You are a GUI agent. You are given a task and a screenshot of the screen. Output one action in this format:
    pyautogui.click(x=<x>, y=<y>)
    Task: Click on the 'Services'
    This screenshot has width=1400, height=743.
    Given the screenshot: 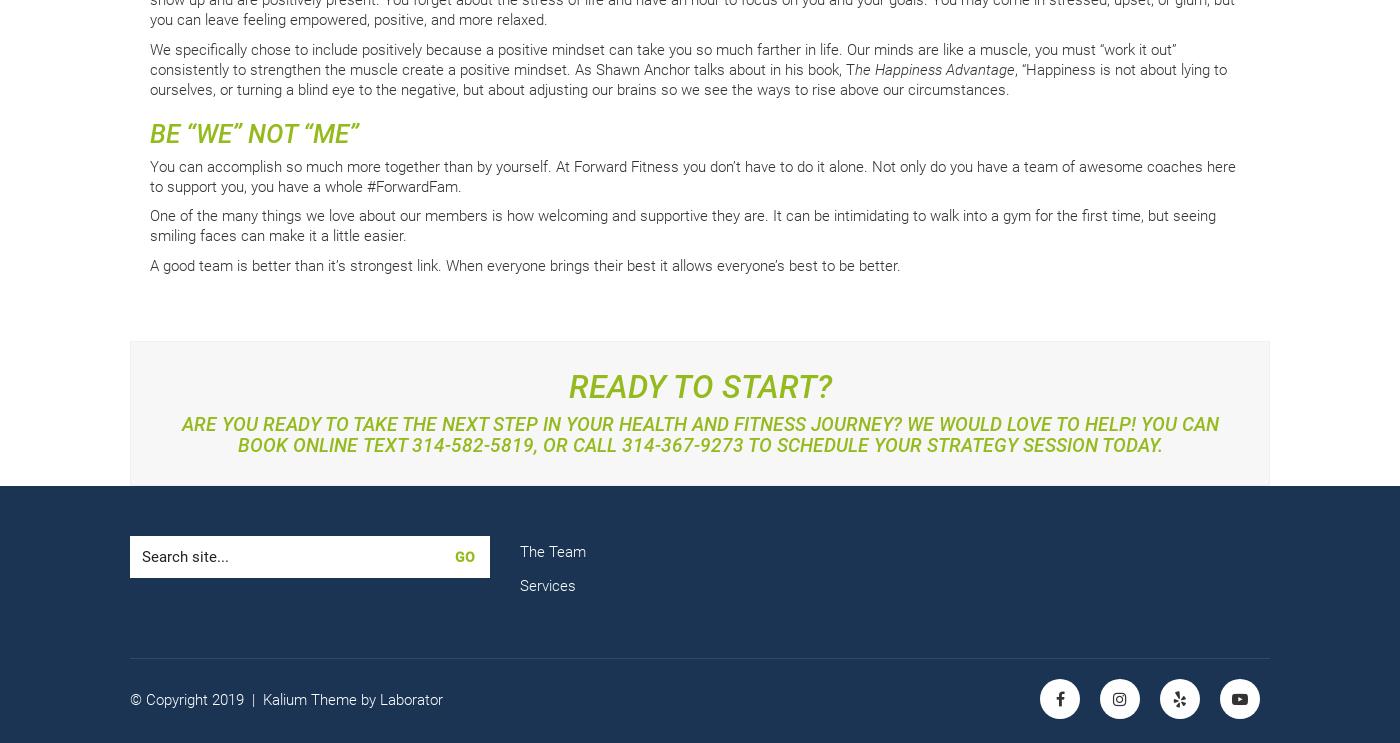 What is the action you would take?
    pyautogui.click(x=547, y=584)
    